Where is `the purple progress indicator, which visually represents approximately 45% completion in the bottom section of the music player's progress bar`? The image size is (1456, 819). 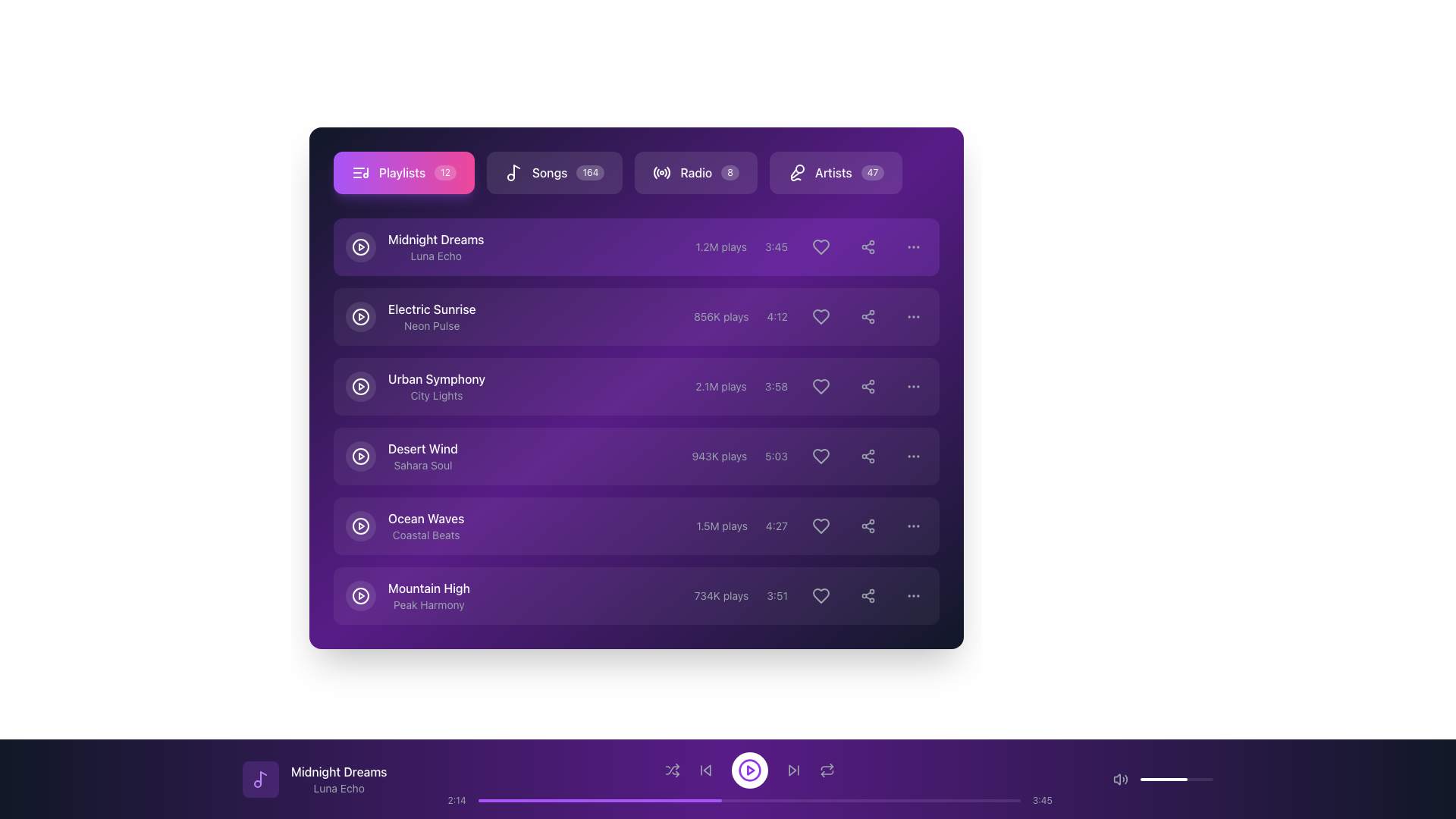 the purple progress indicator, which visually represents approximately 45% completion in the bottom section of the music player's progress bar is located at coordinates (599, 800).